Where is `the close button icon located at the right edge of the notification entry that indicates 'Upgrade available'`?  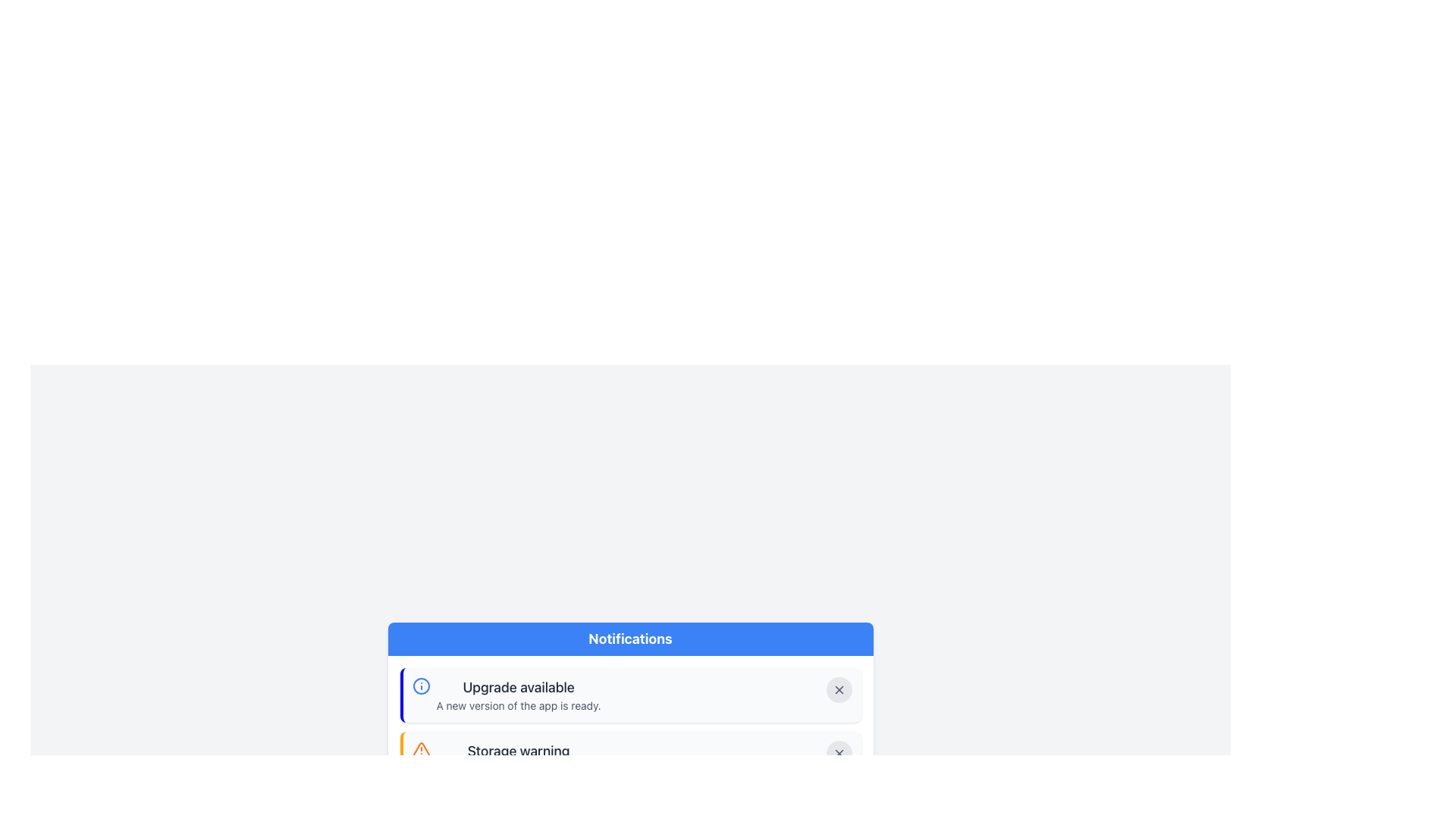 the close button icon located at the right edge of the notification entry that indicates 'Upgrade available' is located at coordinates (838, 690).